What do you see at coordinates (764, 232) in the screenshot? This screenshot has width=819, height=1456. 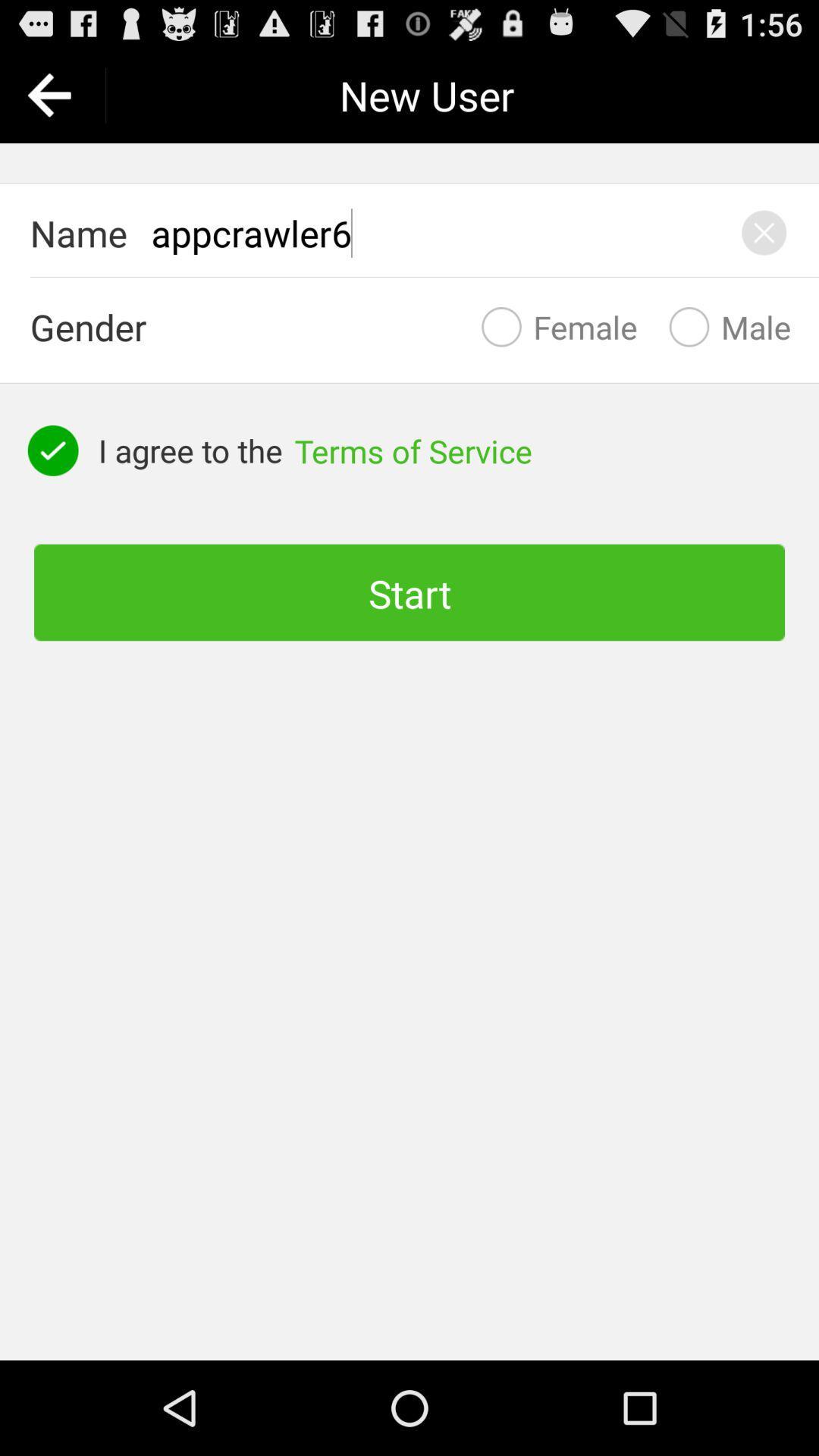 I see `clears entered text` at bounding box center [764, 232].